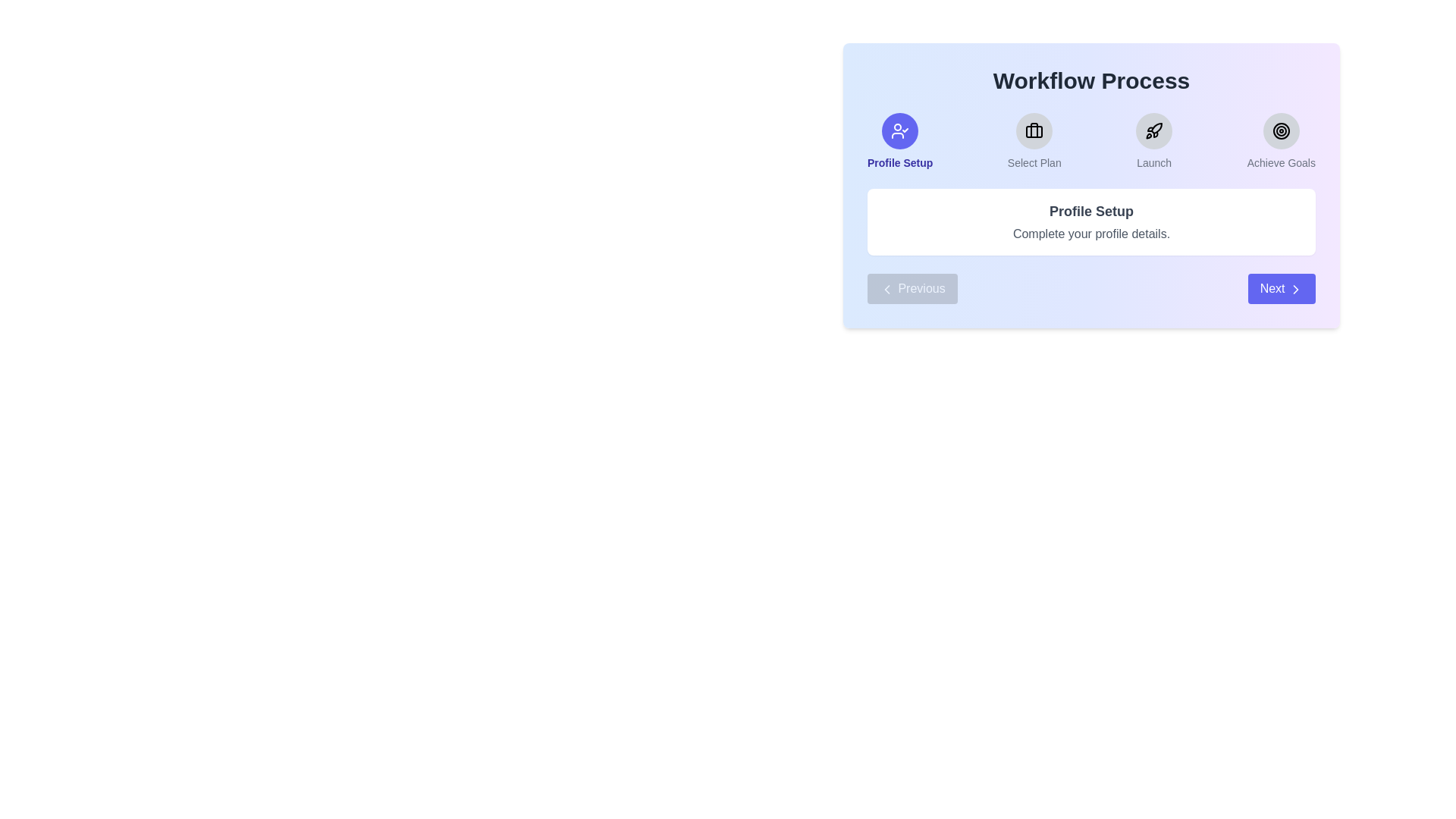 The width and height of the screenshot is (1456, 819). What do you see at coordinates (1153, 130) in the screenshot?
I see `the Launch step icon to view its details` at bounding box center [1153, 130].